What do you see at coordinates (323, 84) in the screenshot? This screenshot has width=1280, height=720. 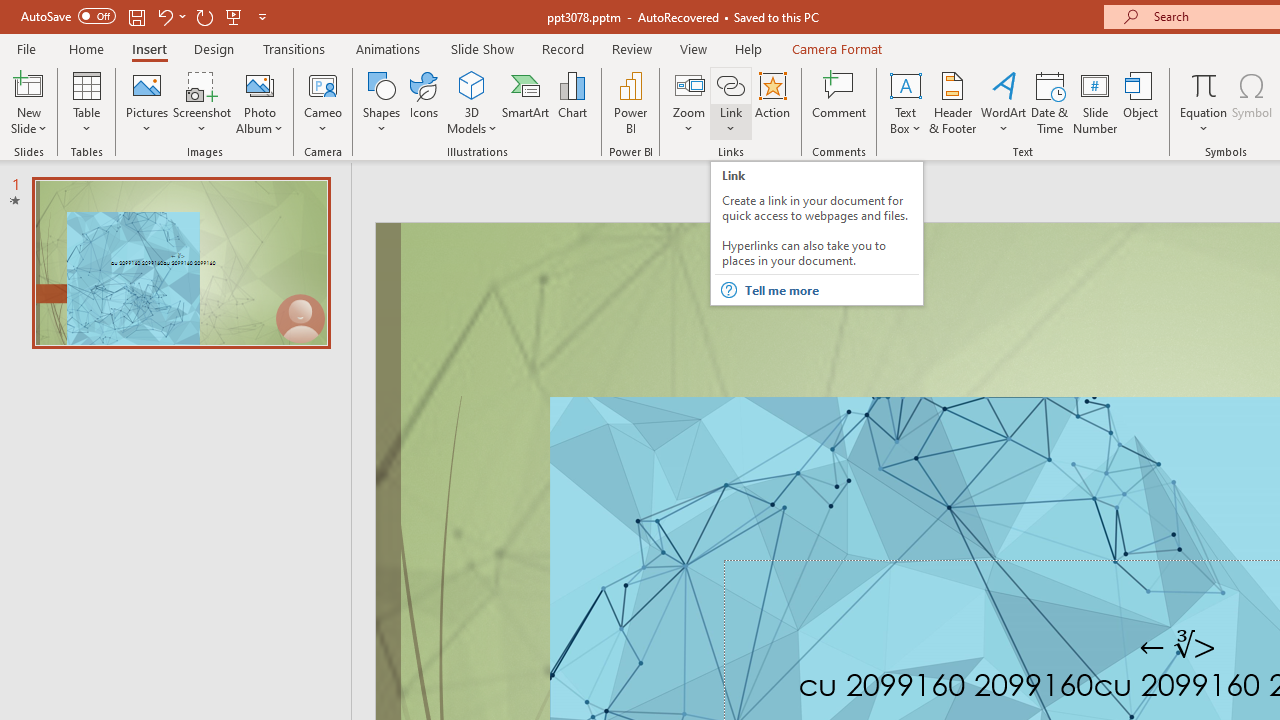 I see `'Cameo'` at bounding box center [323, 84].